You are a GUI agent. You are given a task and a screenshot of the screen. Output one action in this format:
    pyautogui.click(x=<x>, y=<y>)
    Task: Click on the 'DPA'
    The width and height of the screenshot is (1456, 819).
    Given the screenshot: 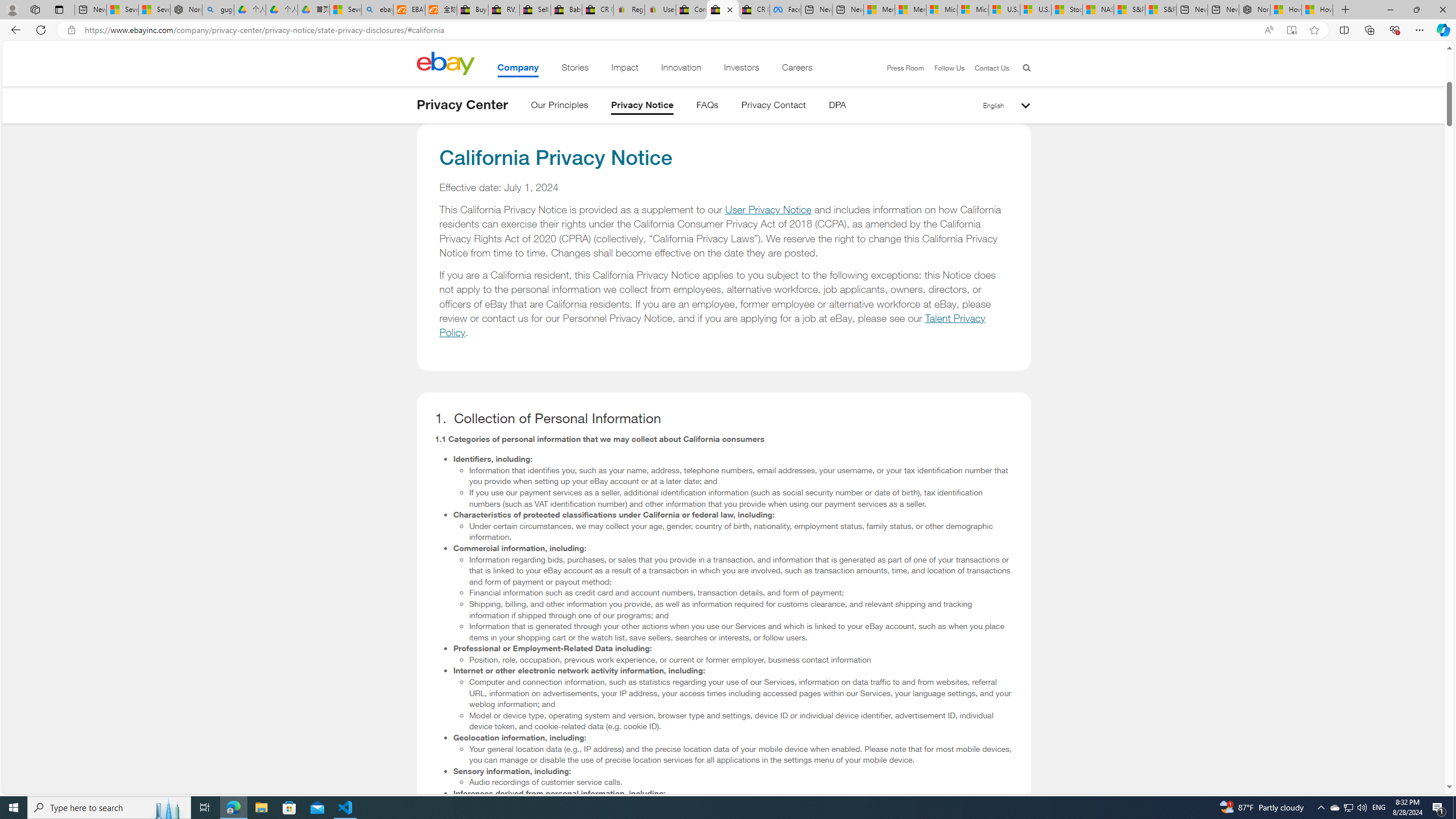 What is the action you would take?
    pyautogui.click(x=837, y=106)
    